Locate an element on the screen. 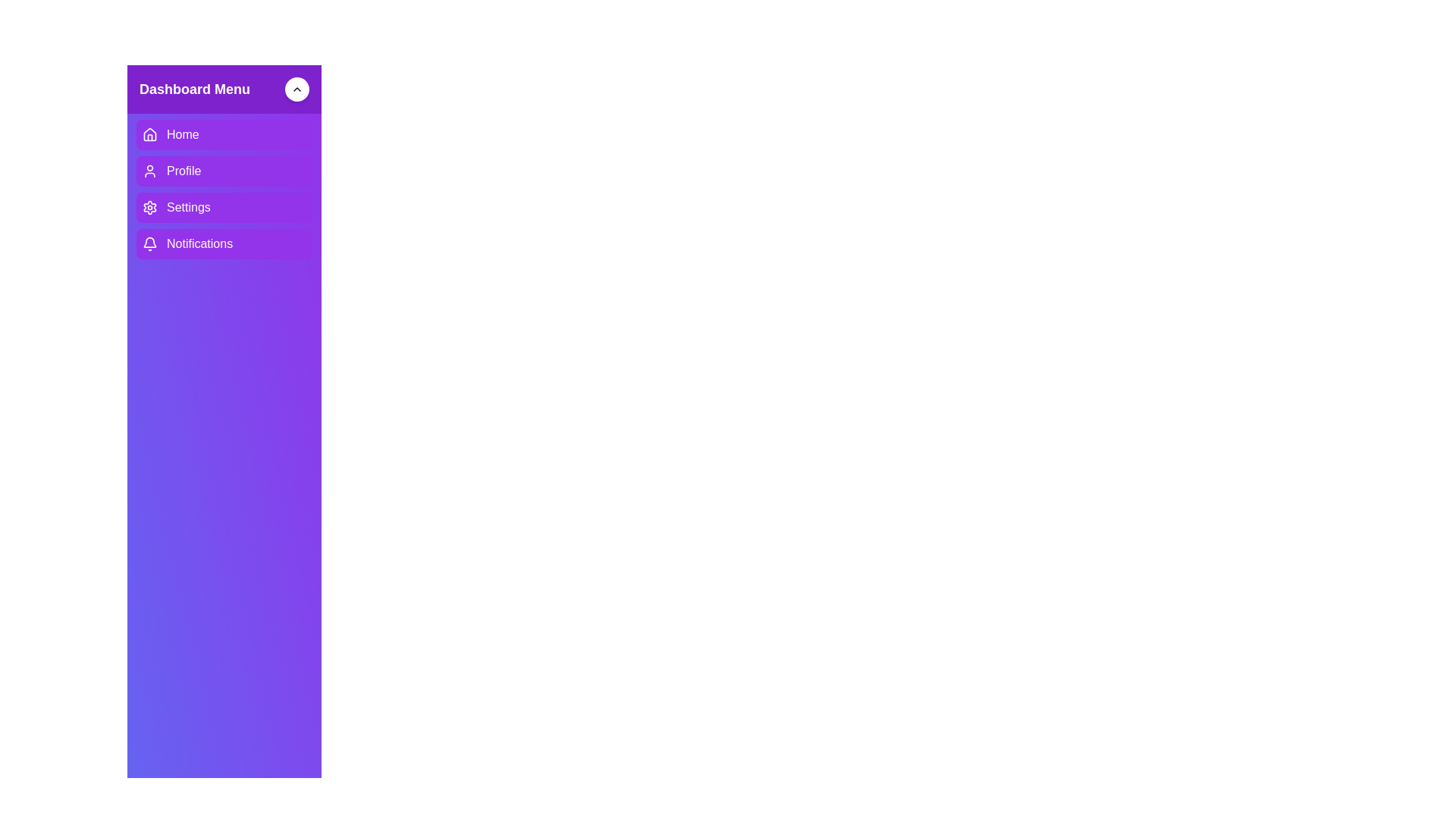  the chevron icon located at the center of the circular button in the top-right corner of the sidebar under the 'Dashboard Menu' is located at coordinates (297, 89).